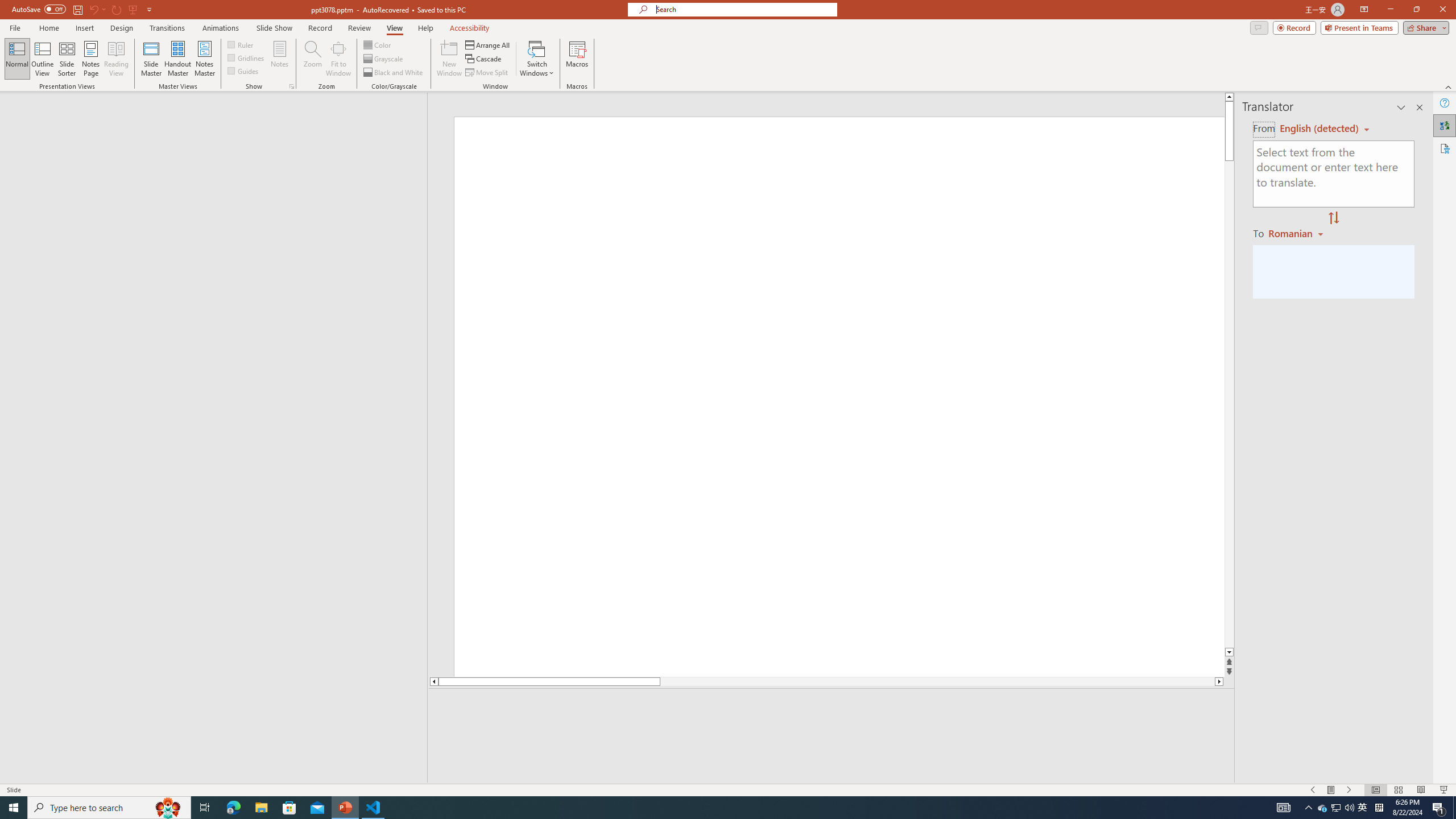  Describe the element at coordinates (90, 59) in the screenshot. I see `'Notes Page'` at that location.